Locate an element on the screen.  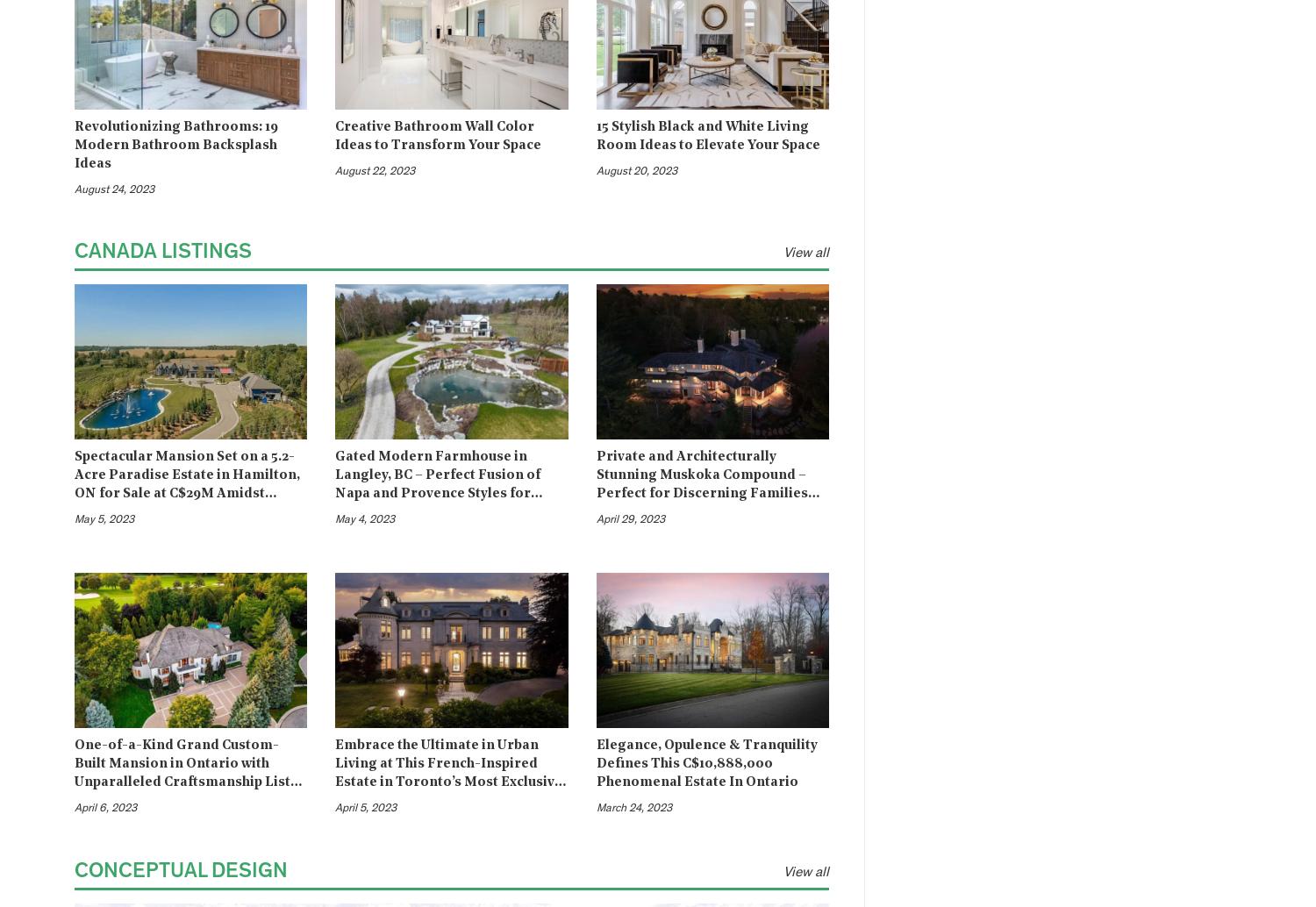
'Private and Architecturally Stunning Muskoka Compound – Perfect for Discerning Families Listing at C$11.995M' is located at coordinates (596, 483).